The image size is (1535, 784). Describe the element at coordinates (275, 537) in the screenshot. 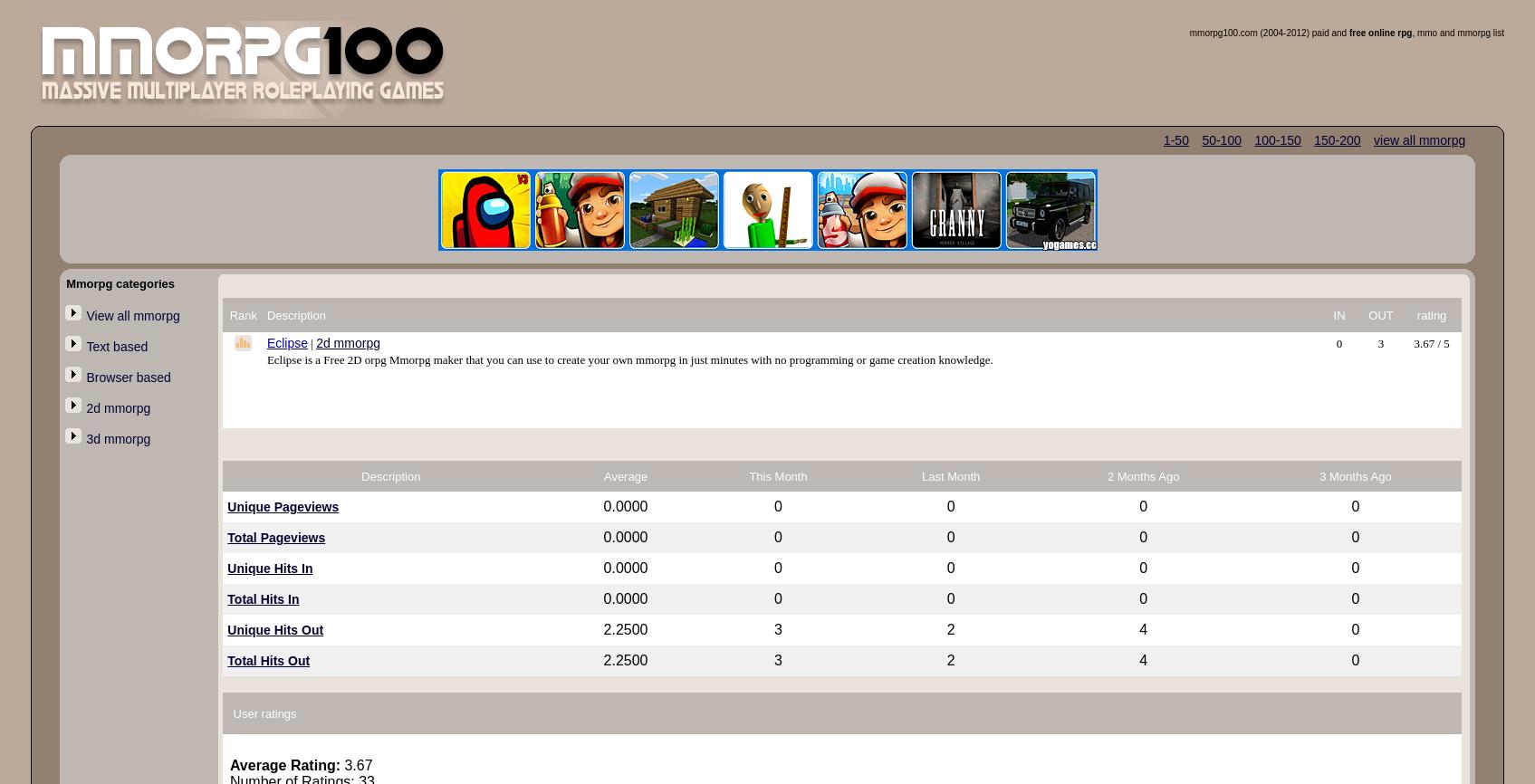

I see `'Total Pageviews'` at that location.